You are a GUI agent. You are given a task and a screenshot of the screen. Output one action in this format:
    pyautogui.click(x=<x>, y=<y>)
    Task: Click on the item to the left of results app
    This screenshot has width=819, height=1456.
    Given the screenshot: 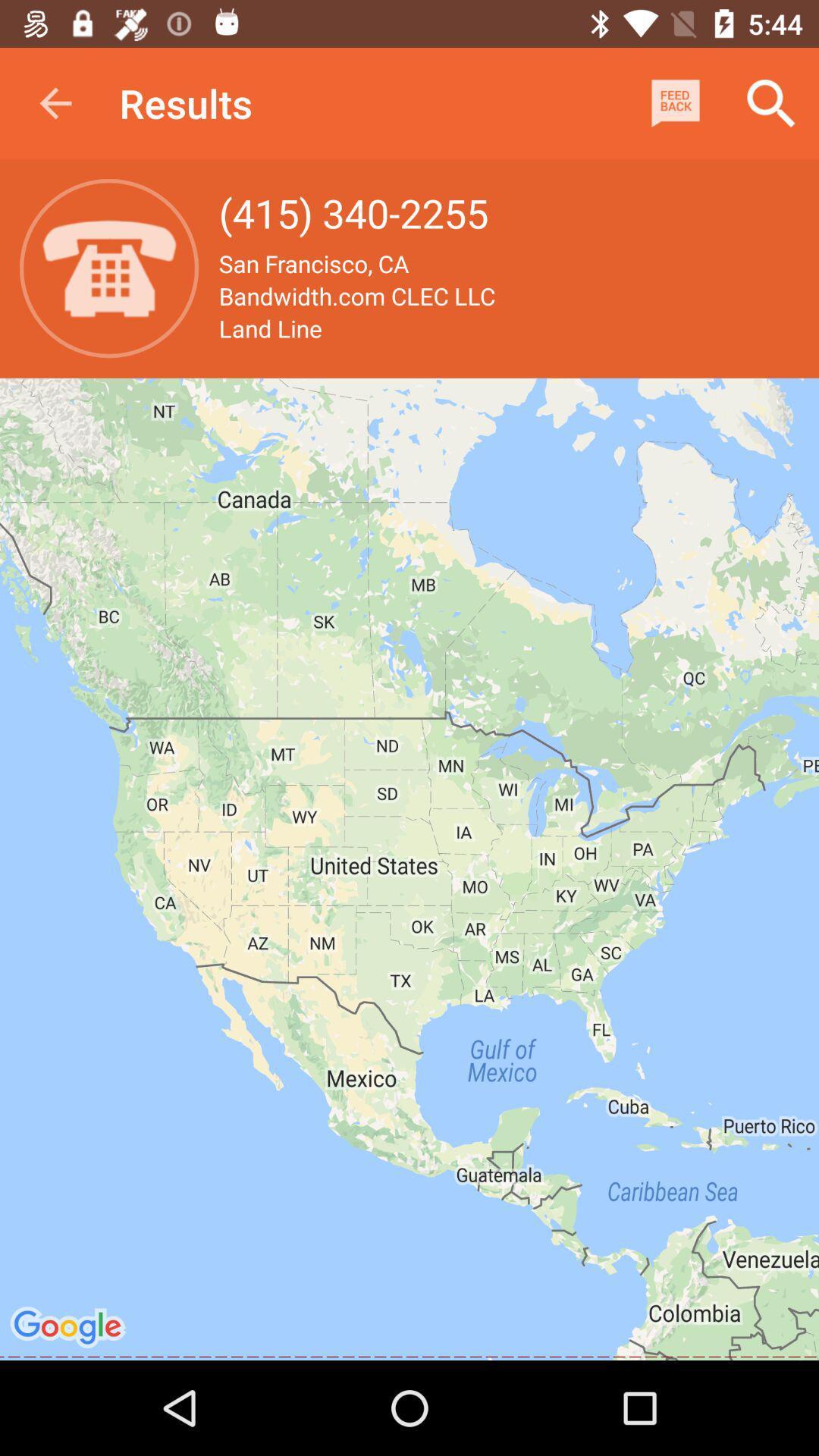 What is the action you would take?
    pyautogui.click(x=55, y=102)
    